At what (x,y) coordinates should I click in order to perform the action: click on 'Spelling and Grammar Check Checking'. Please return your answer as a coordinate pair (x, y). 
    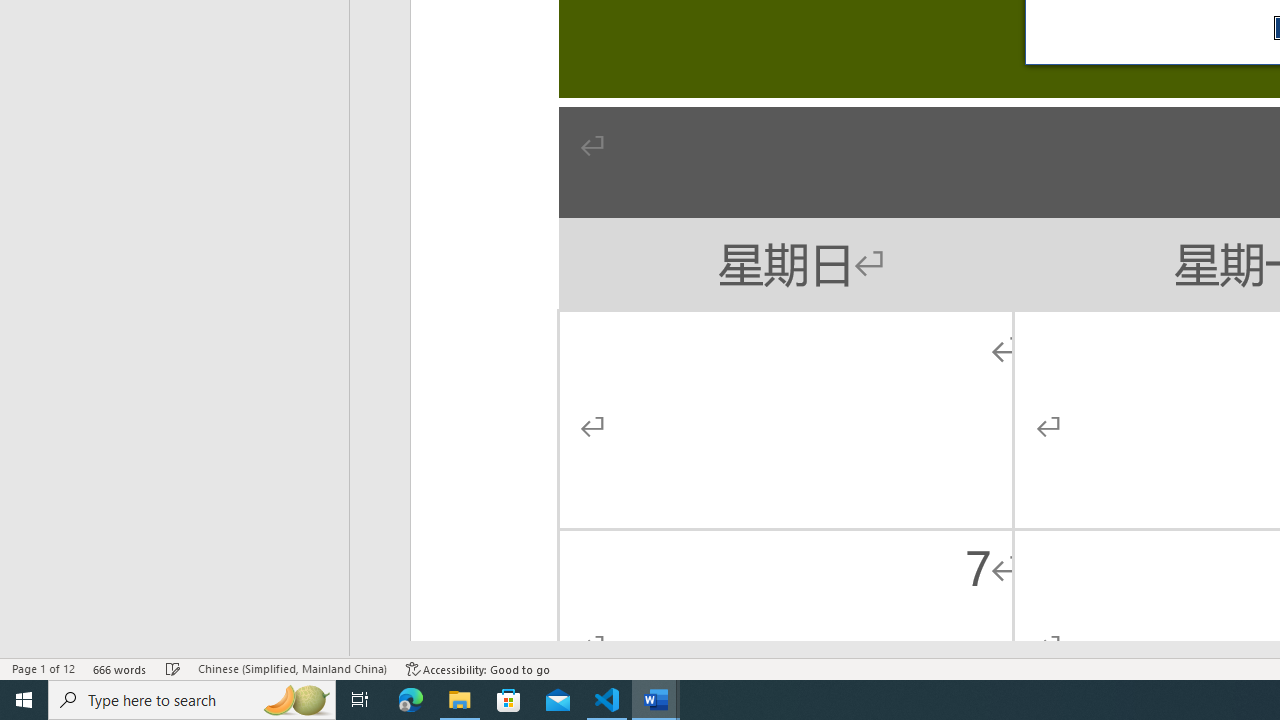
    Looking at the image, I should click on (173, 669).